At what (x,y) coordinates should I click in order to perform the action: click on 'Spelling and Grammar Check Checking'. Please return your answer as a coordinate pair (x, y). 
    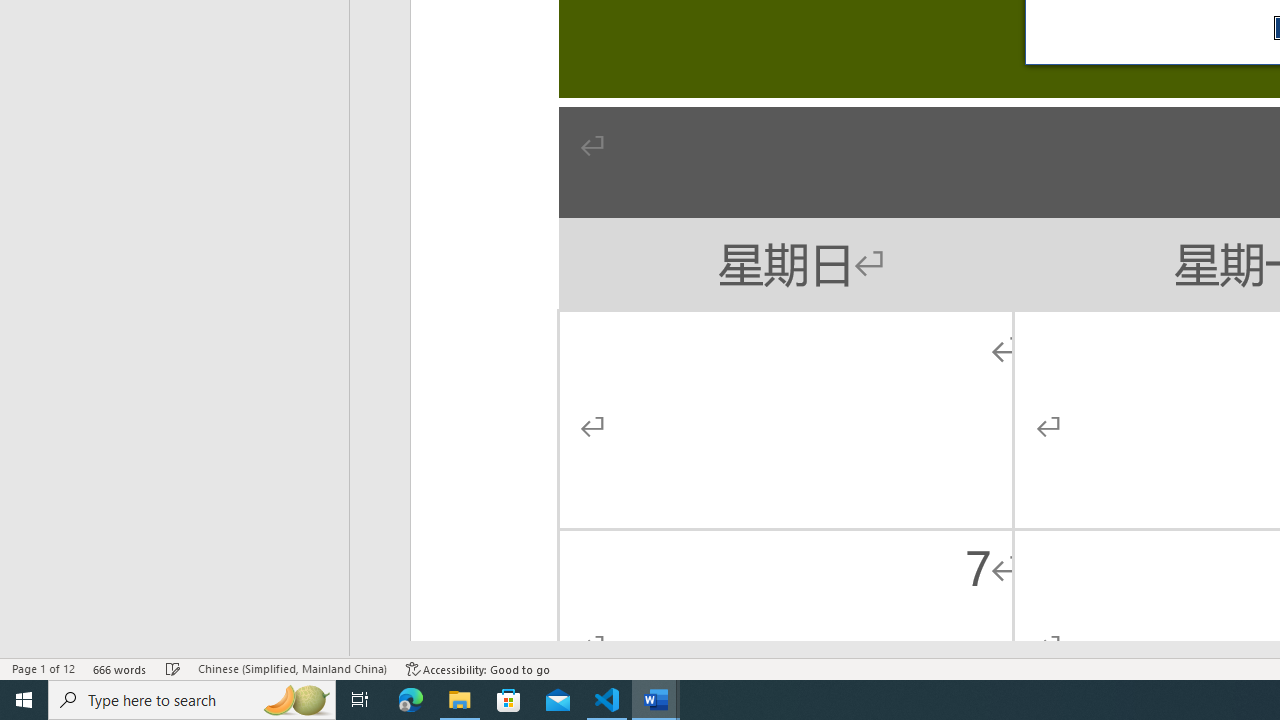
    Looking at the image, I should click on (173, 669).